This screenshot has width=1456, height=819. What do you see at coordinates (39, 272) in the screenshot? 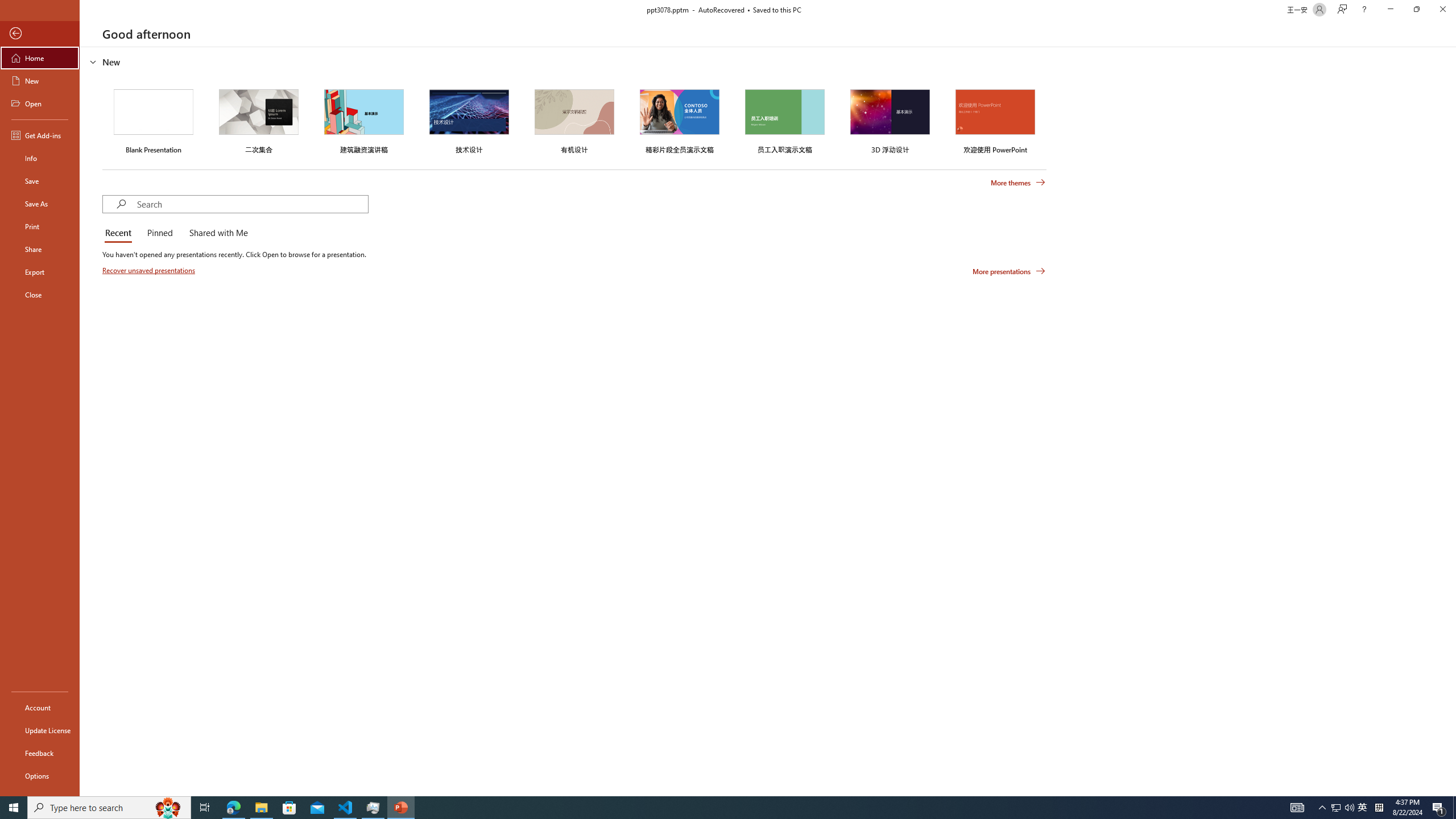
I see `'Export'` at bounding box center [39, 272].